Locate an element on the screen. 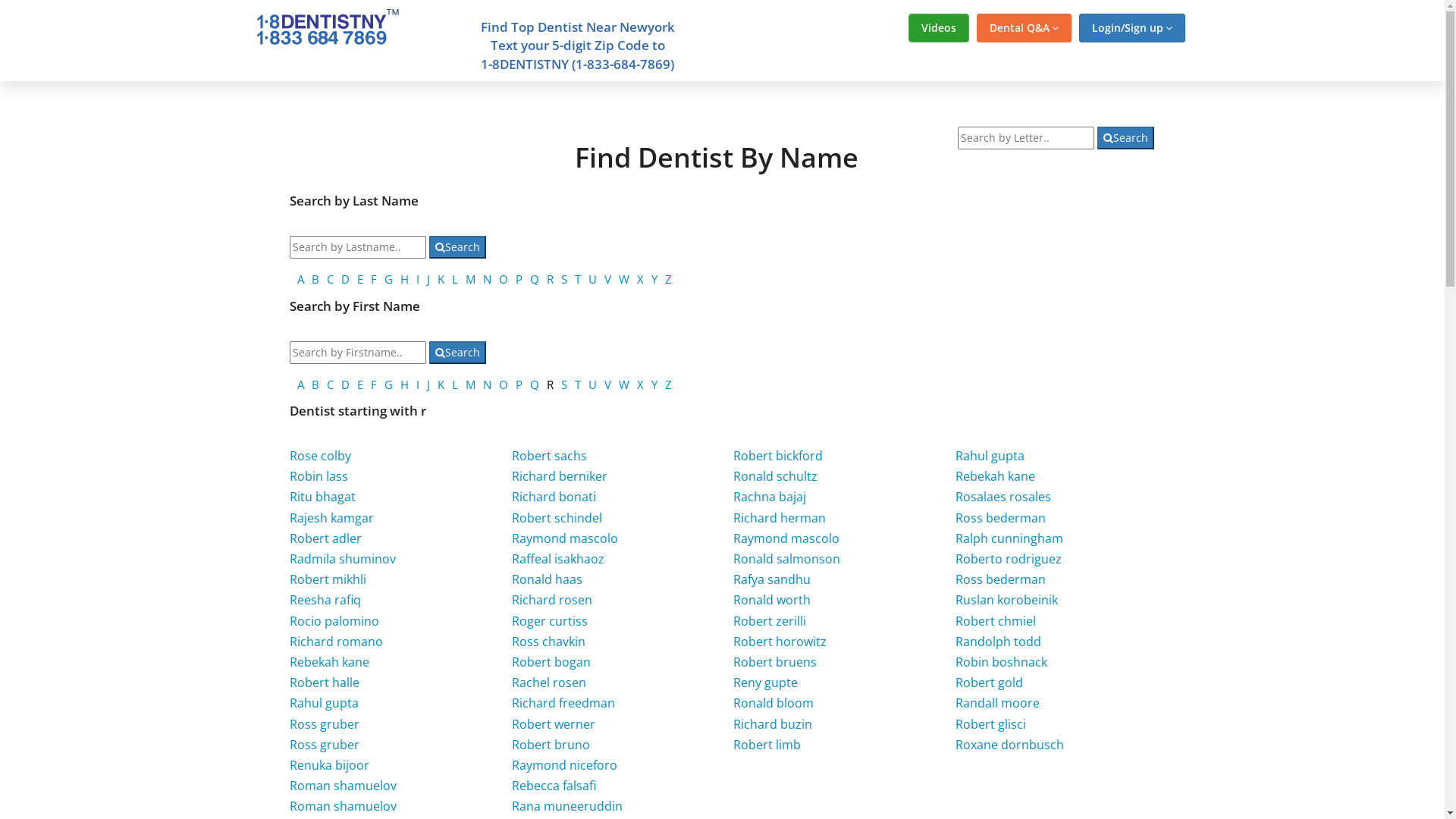 The image size is (1456, 819). 'Robert halle' is located at coordinates (323, 681).